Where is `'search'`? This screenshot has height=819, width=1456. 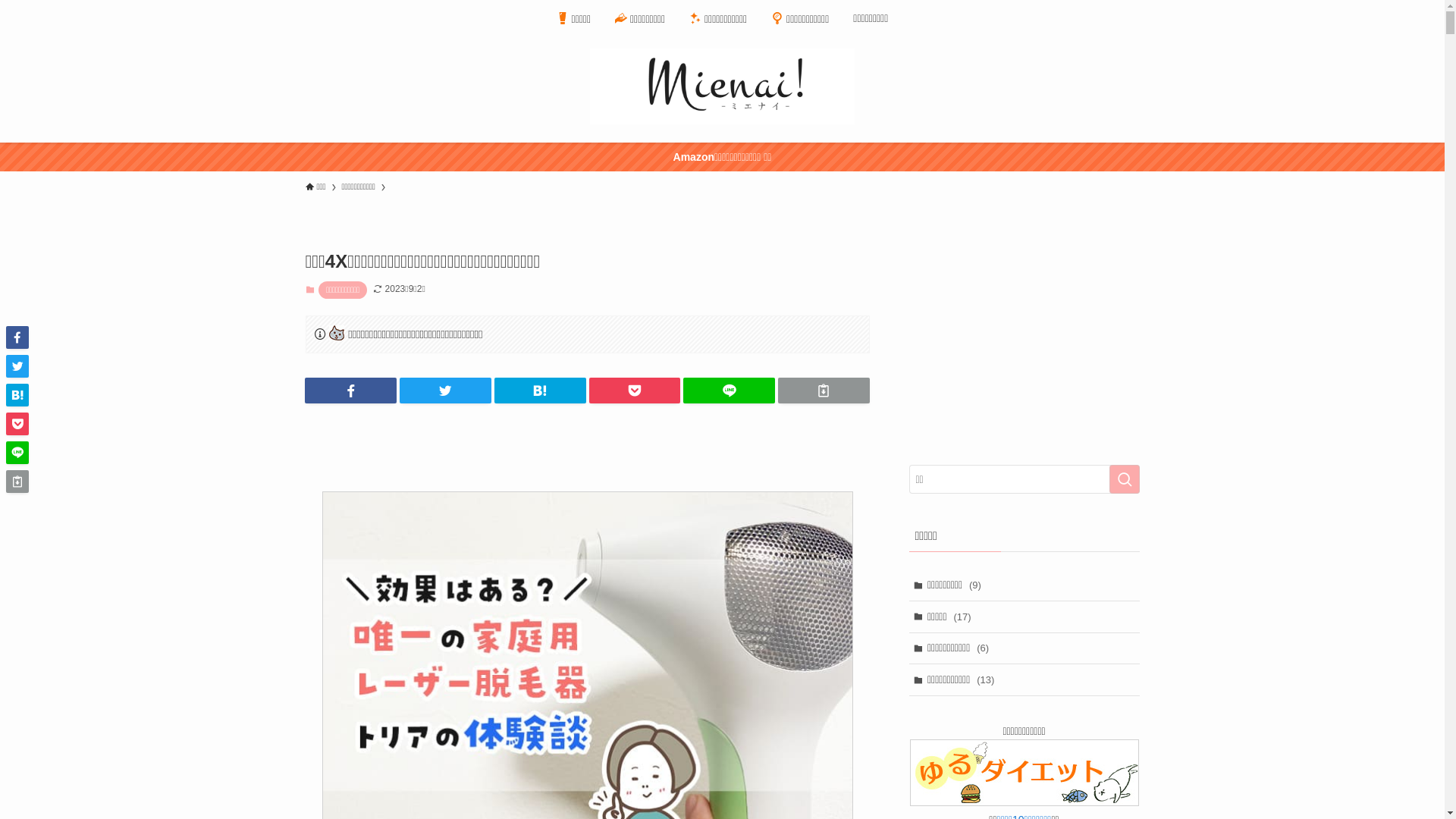 'search' is located at coordinates (1124, 479).